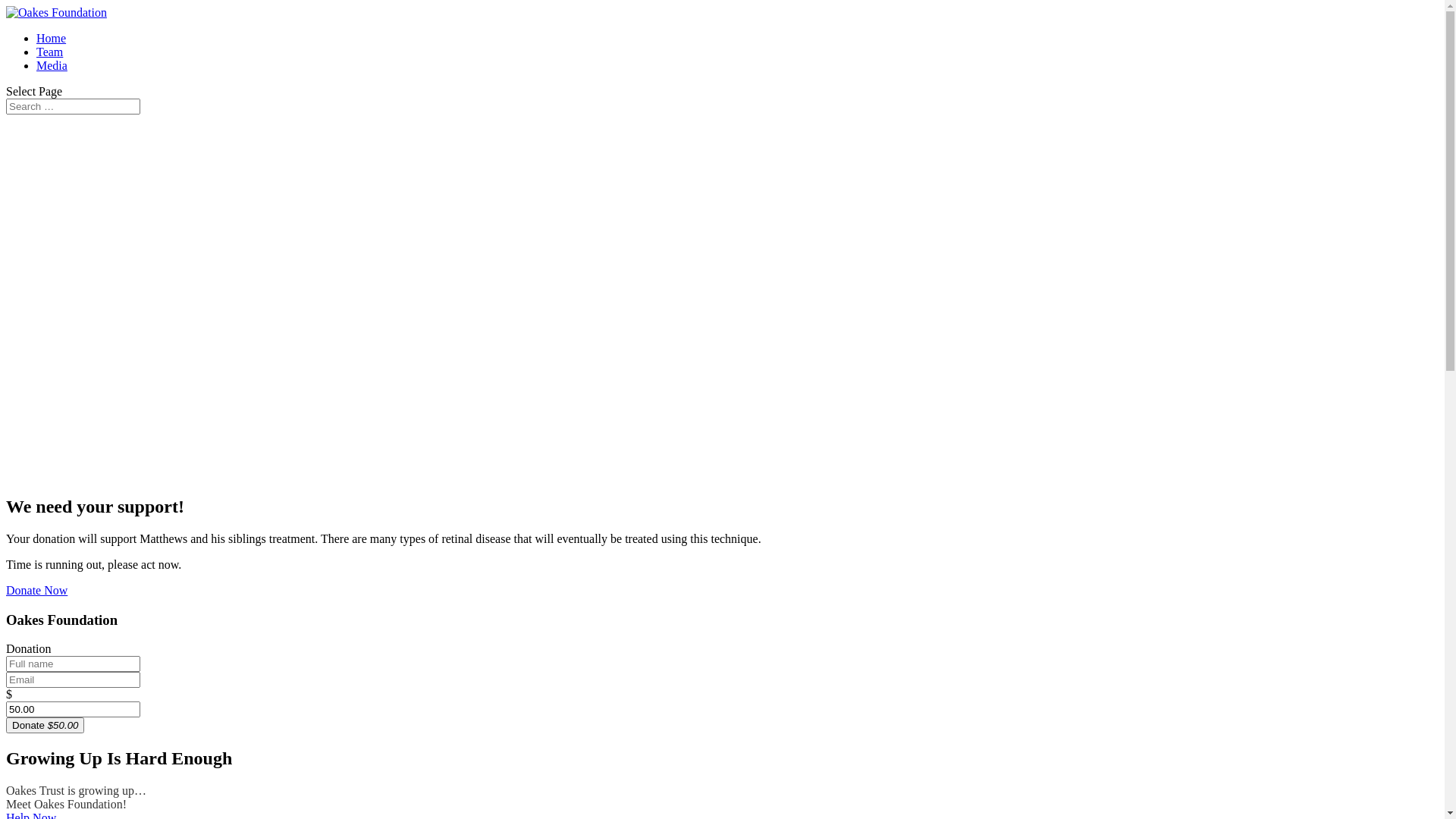 This screenshot has width=1456, height=819. Describe the element at coordinates (49, 51) in the screenshot. I see `'Team'` at that location.